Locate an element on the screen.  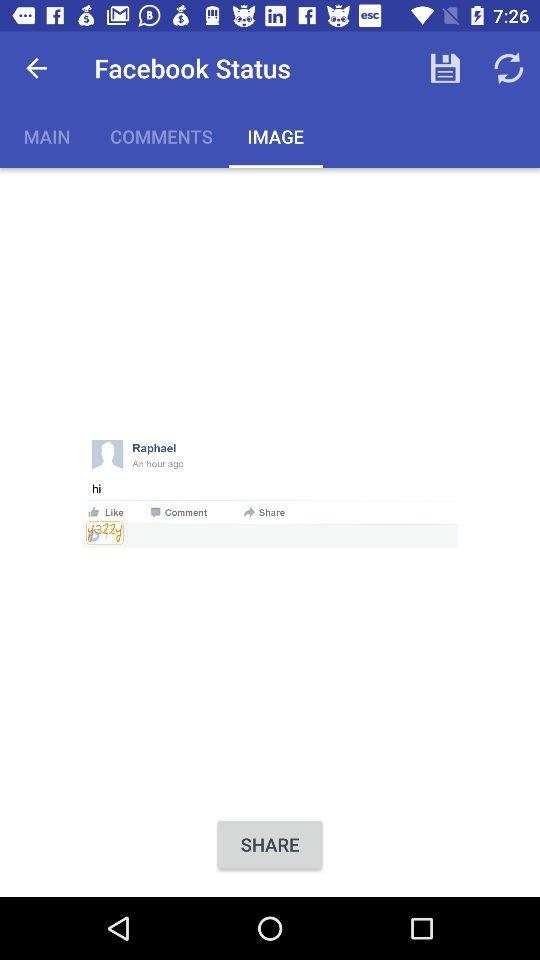
icon to the right of the facebook status is located at coordinates (445, 68).